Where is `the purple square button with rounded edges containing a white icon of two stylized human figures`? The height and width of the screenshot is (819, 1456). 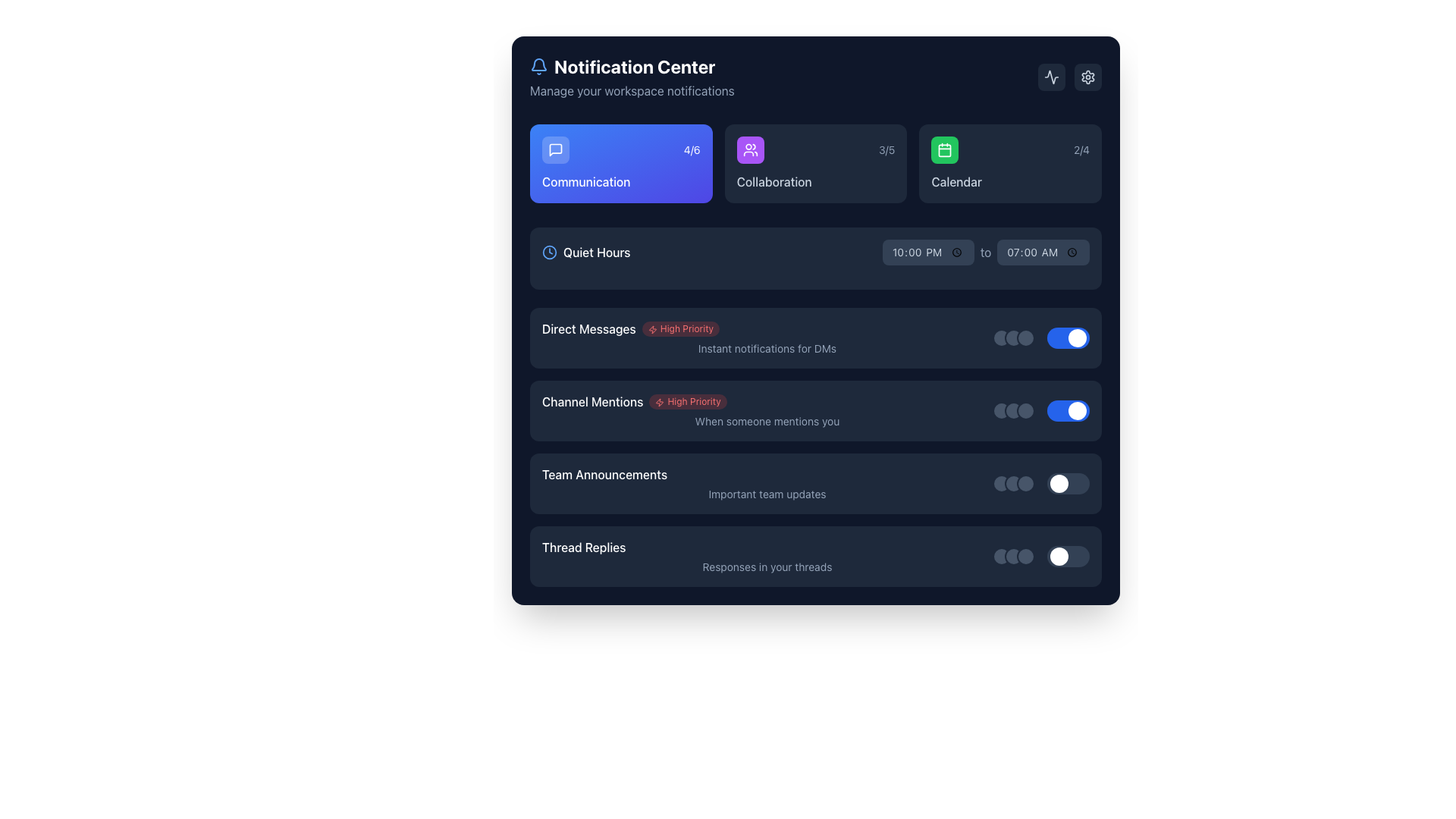 the purple square button with rounded edges containing a white icon of two stylized human figures is located at coordinates (750, 149).